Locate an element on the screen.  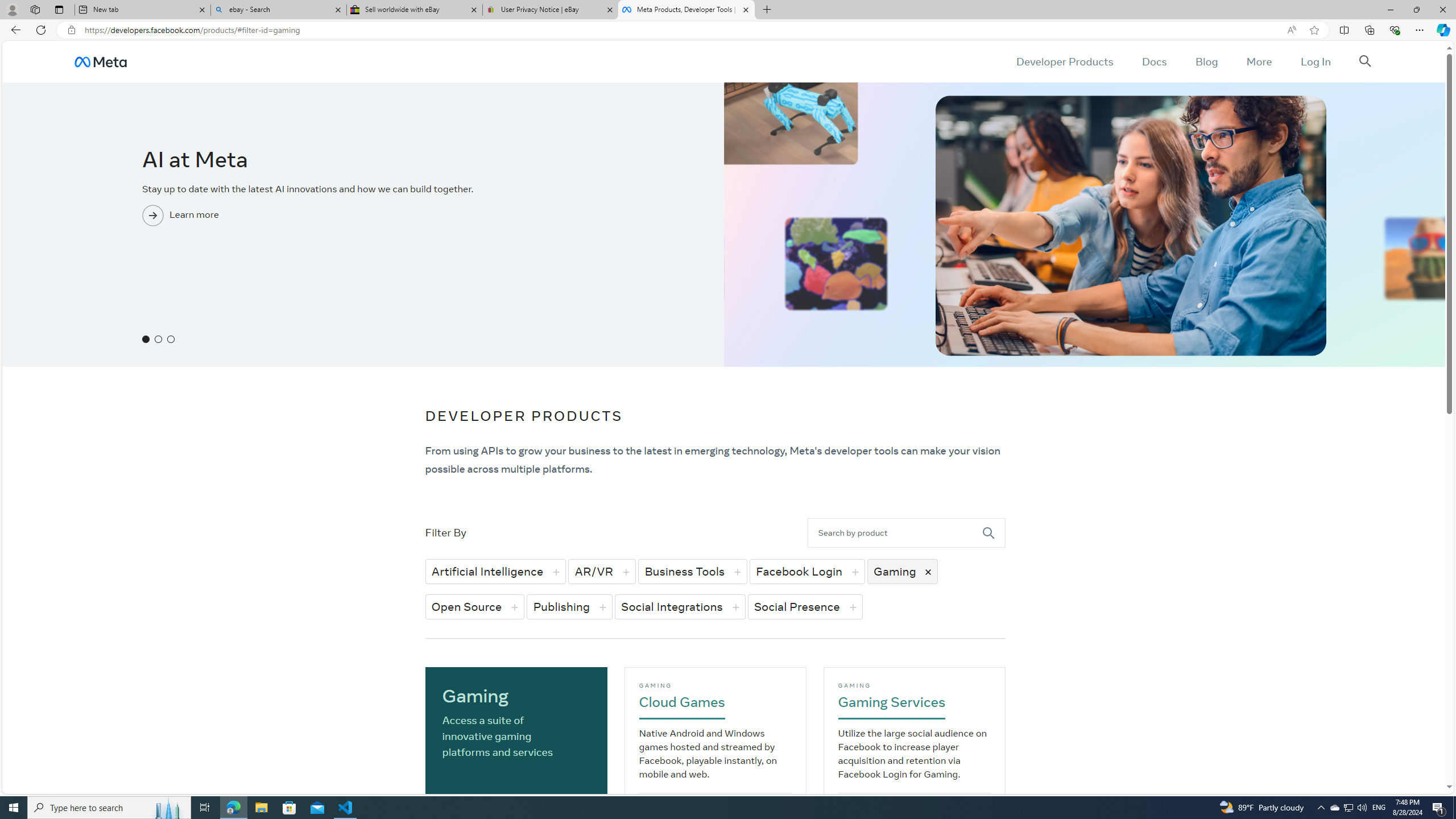
'Search by product' is located at coordinates (895, 532).